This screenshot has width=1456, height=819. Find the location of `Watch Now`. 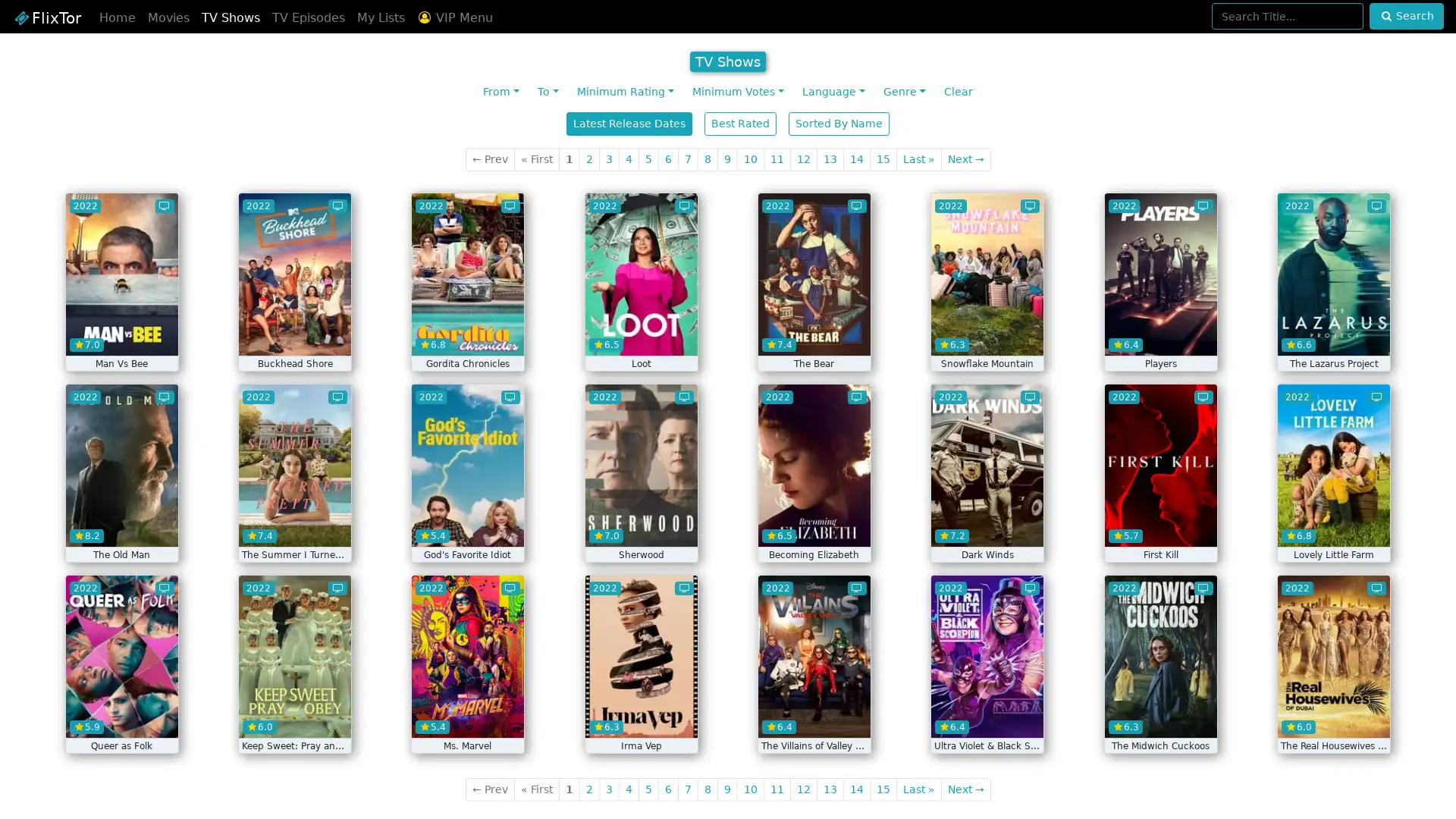

Watch Now is located at coordinates (813, 332).